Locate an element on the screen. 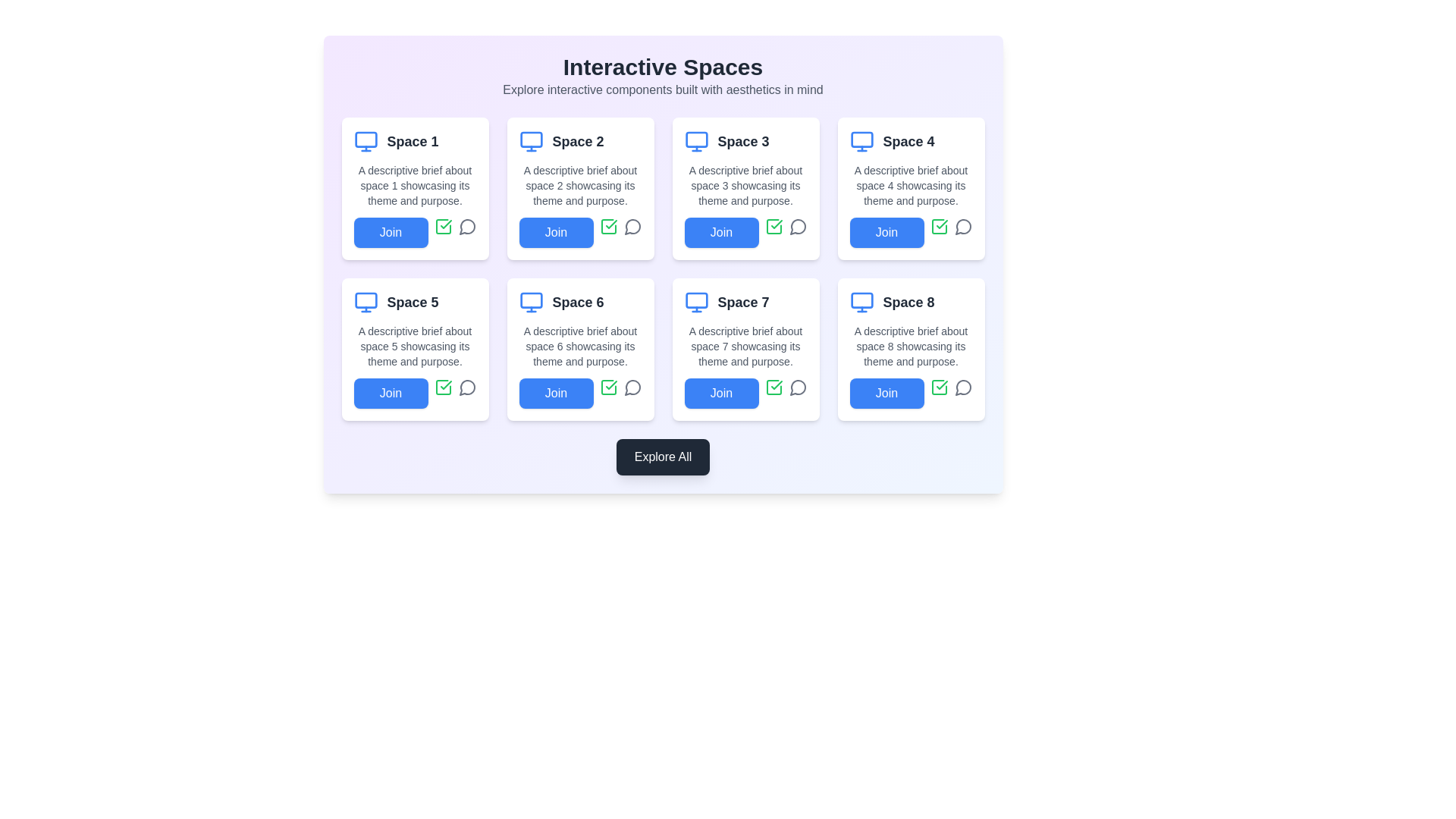  descriptive text block located in the 'Space 5' section, positioned between the title 'Space 5' and the button row is located at coordinates (415, 346).